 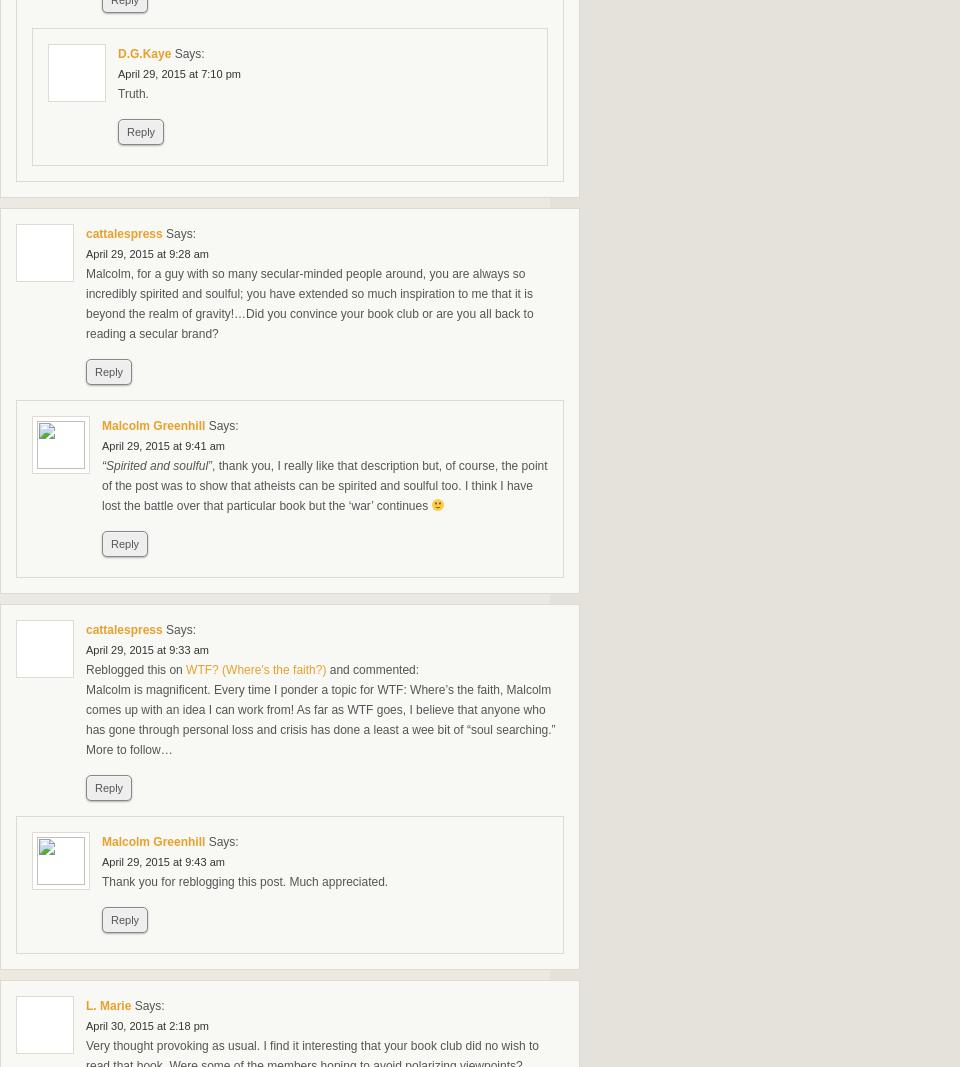 I want to click on 'Thank you for reblogging this post. Much appreciated.', so click(x=243, y=880).